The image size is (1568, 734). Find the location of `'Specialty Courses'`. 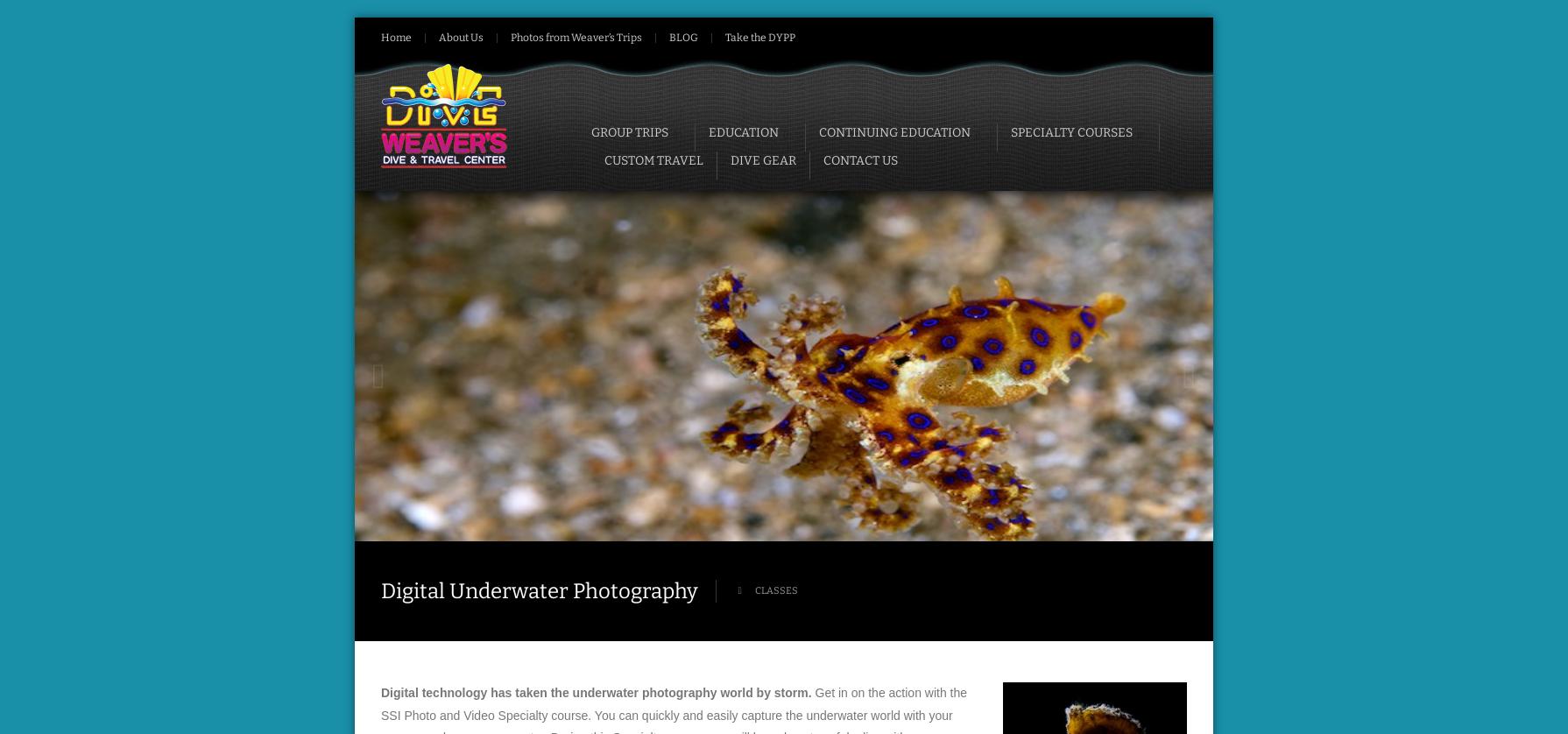

'Specialty Courses' is located at coordinates (1071, 131).